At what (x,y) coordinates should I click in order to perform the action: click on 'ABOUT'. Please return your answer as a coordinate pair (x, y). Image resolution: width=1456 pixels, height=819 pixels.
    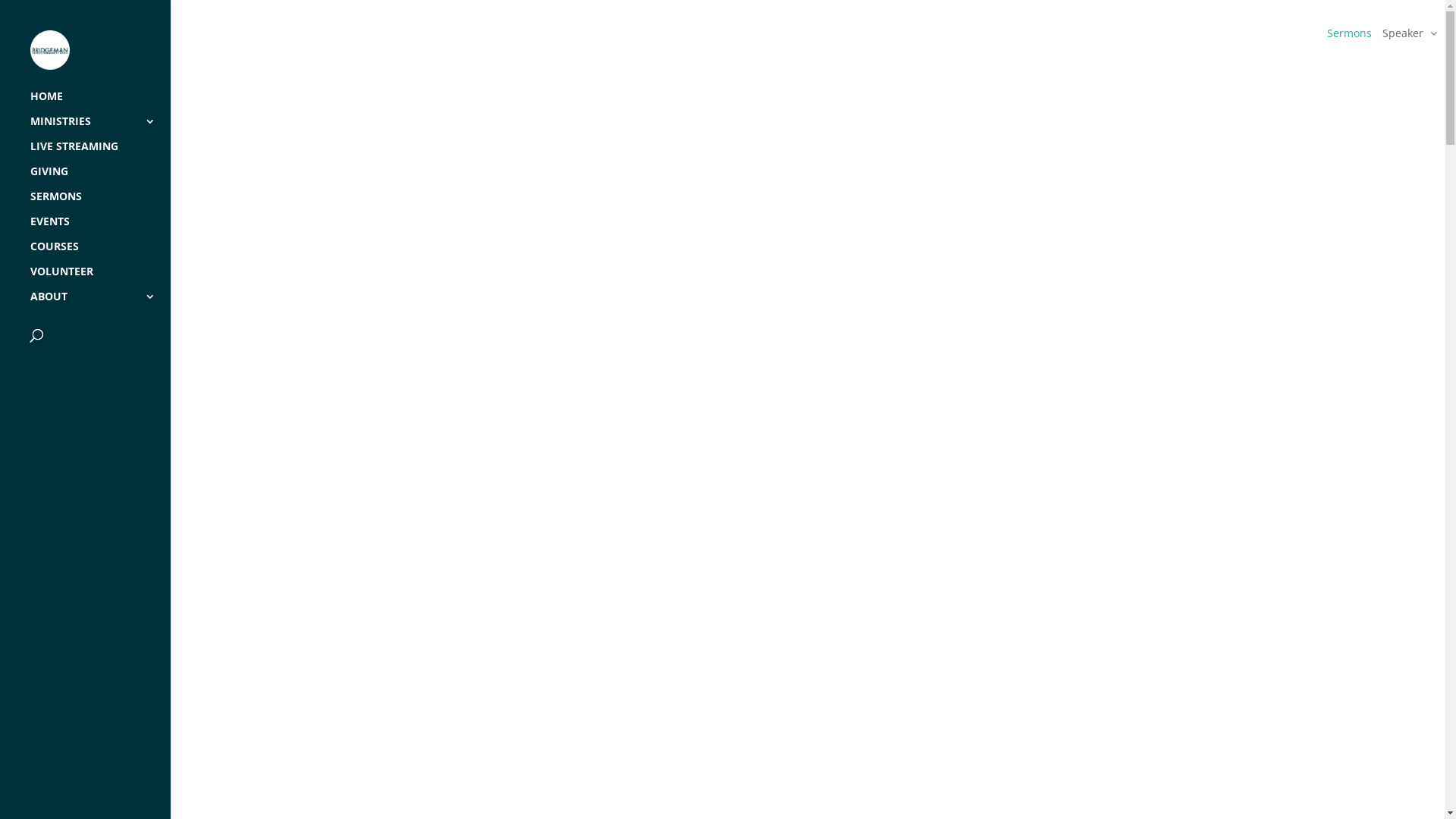
    Looking at the image, I should click on (99, 303).